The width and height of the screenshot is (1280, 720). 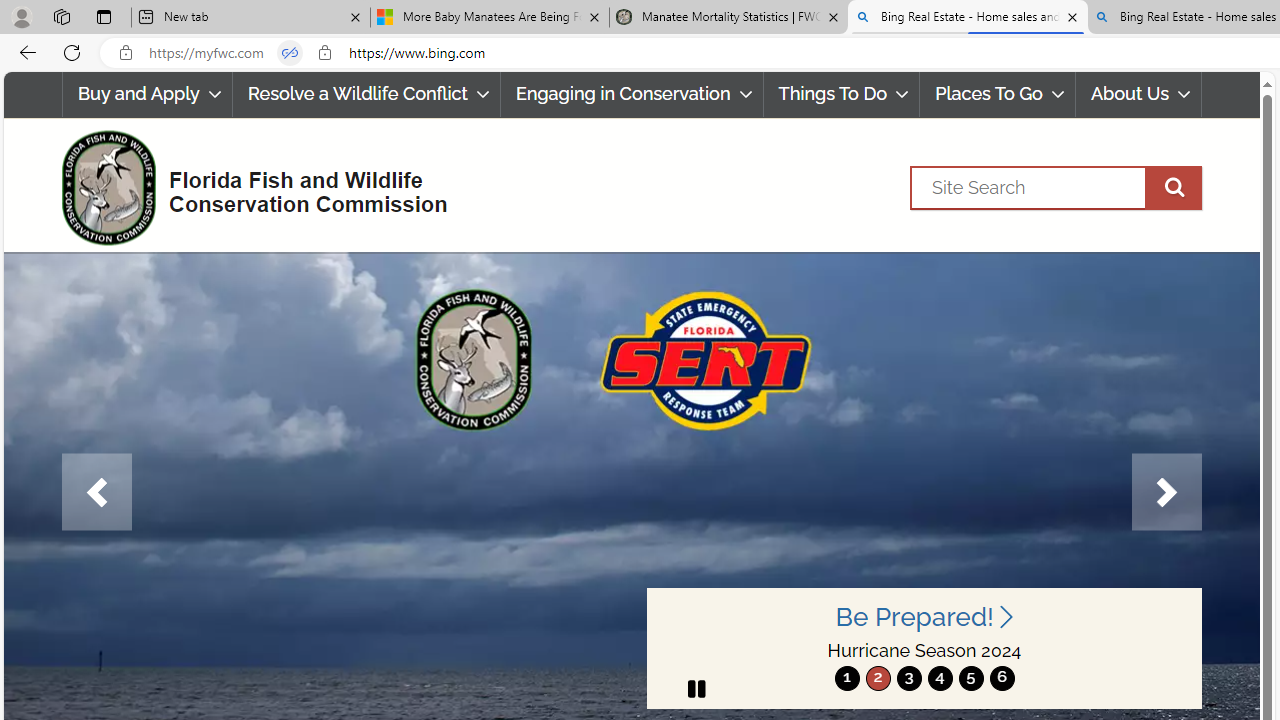 What do you see at coordinates (245, 185) in the screenshot?
I see `'FWC Logo Florida Fish and Wildlife Conservation Commission'` at bounding box center [245, 185].